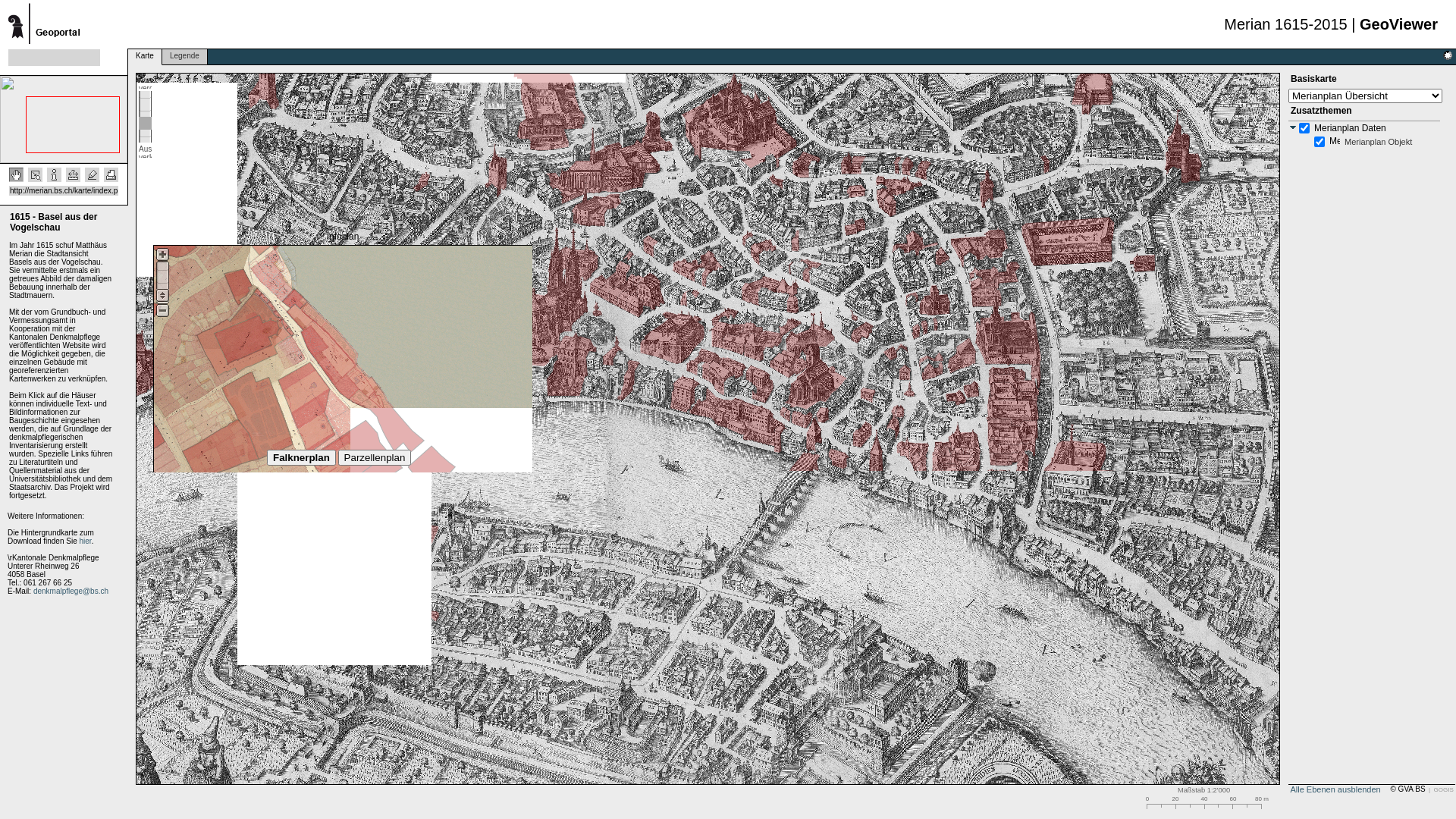 Image resolution: width=1456 pixels, height=819 pixels. I want to click on 'Parzellenplan', so click(375, 457).